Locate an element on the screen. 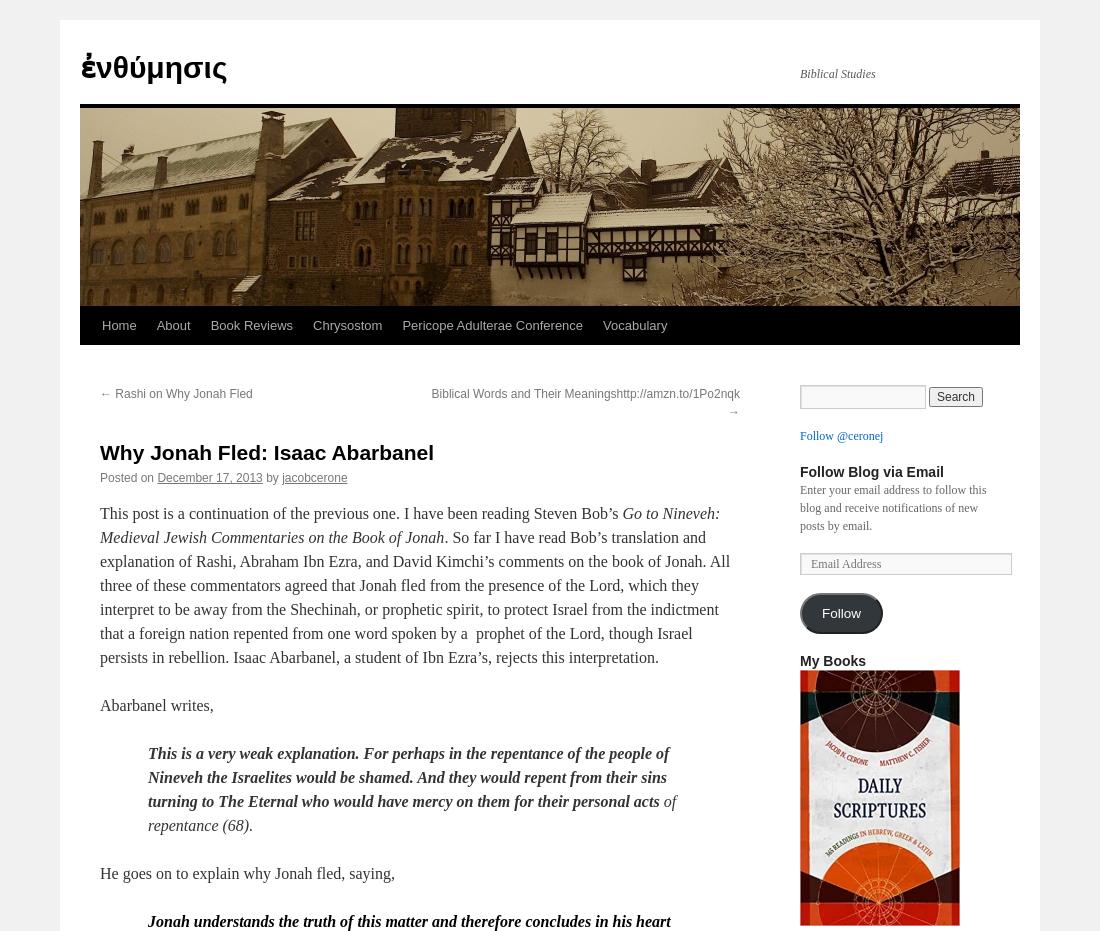 The height and width of the screenshot is (931, 1100). 'December 17, 2013' is located at coordinates (209, 477).